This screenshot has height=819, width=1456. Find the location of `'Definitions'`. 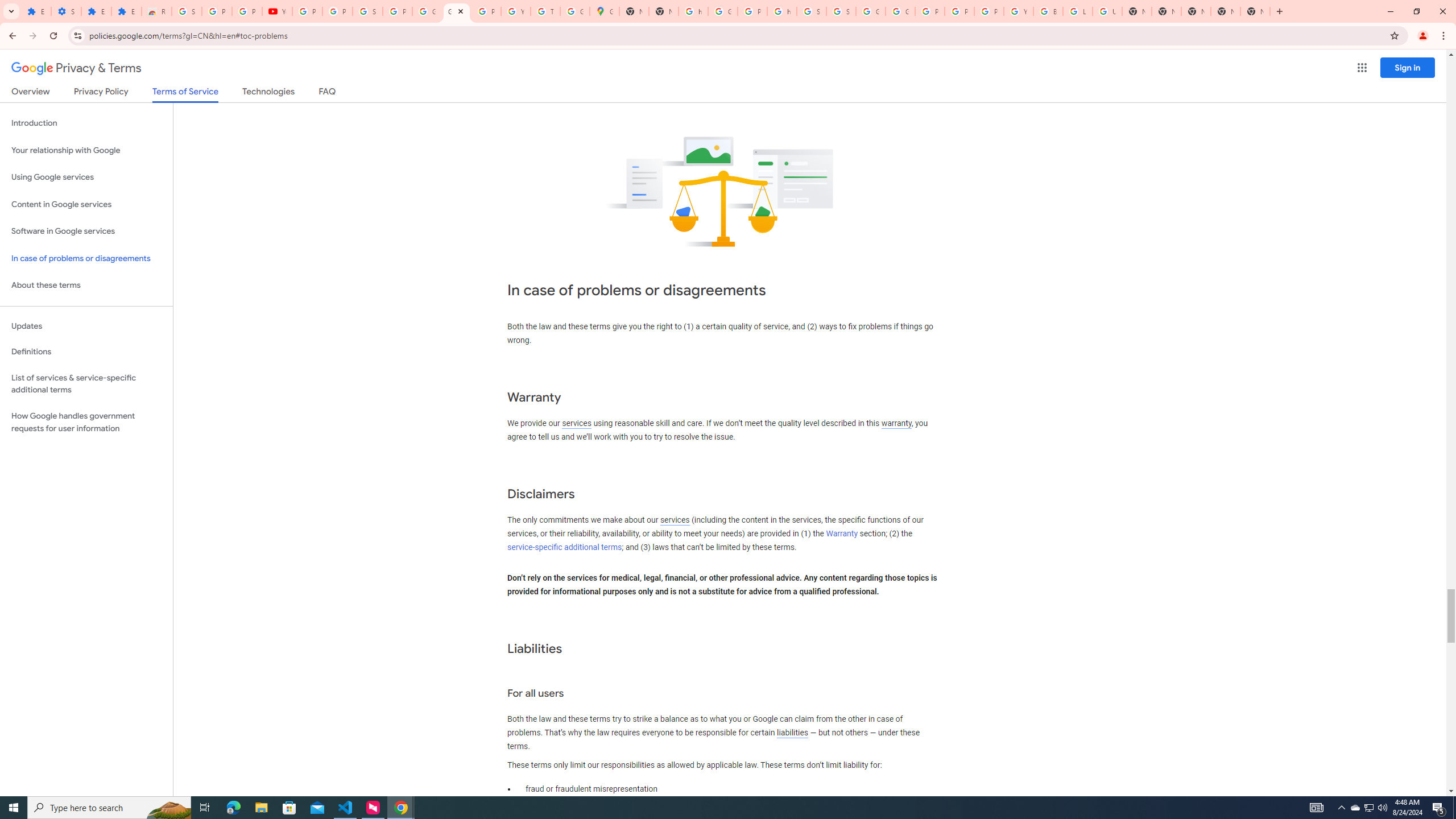

'Definitions' is located at coordinates (86, 351).